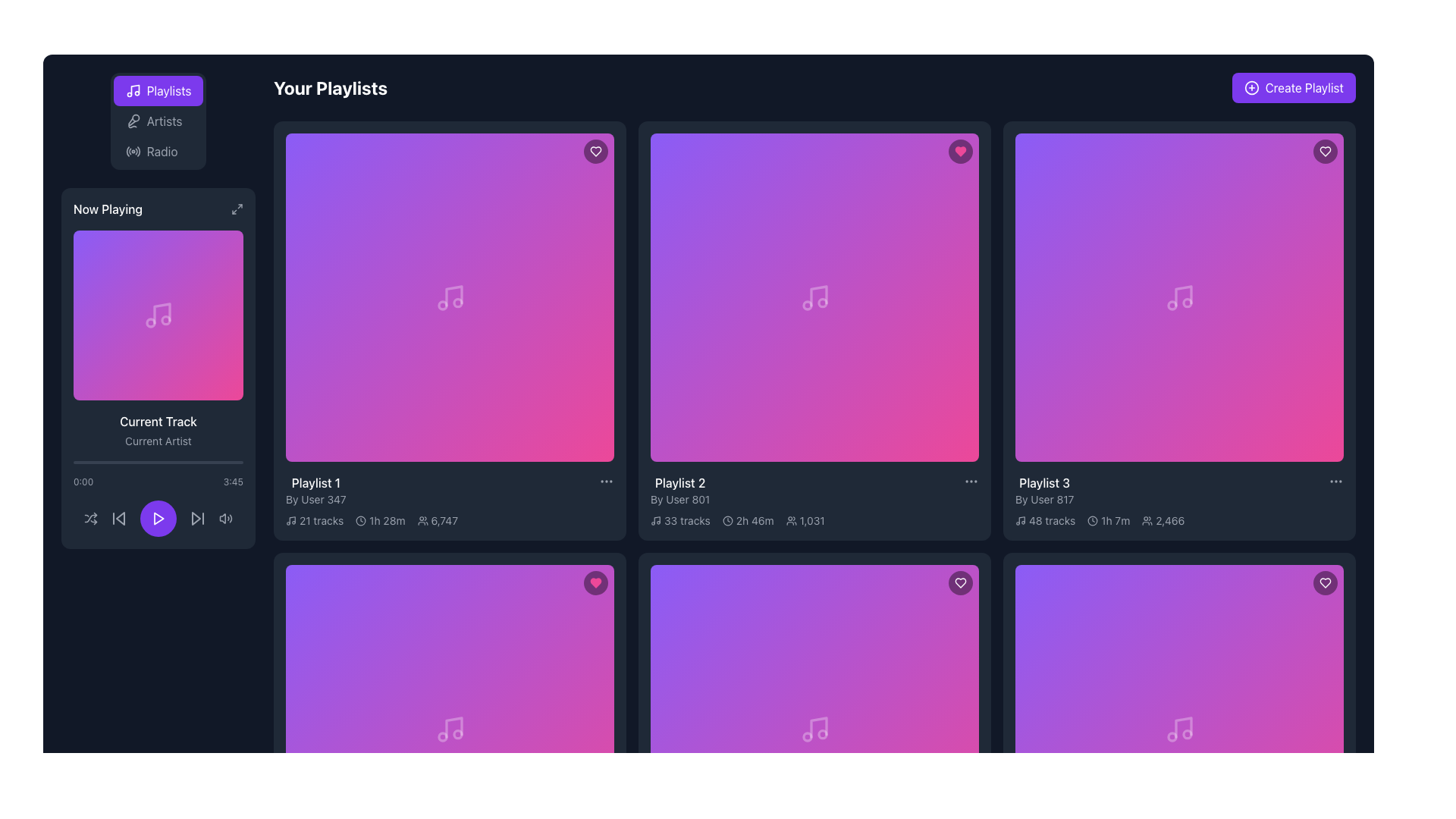 The height and width of the screenshot is (819, 1456). What do you see at coordinates (726, 519) in the screenshot?
I see `the SVG graphic component representing a circular element as part of the clock icon, which is located towards the center-right of the interface adjacent to textual data about track length and listener count` at bounding box center [726, 519].